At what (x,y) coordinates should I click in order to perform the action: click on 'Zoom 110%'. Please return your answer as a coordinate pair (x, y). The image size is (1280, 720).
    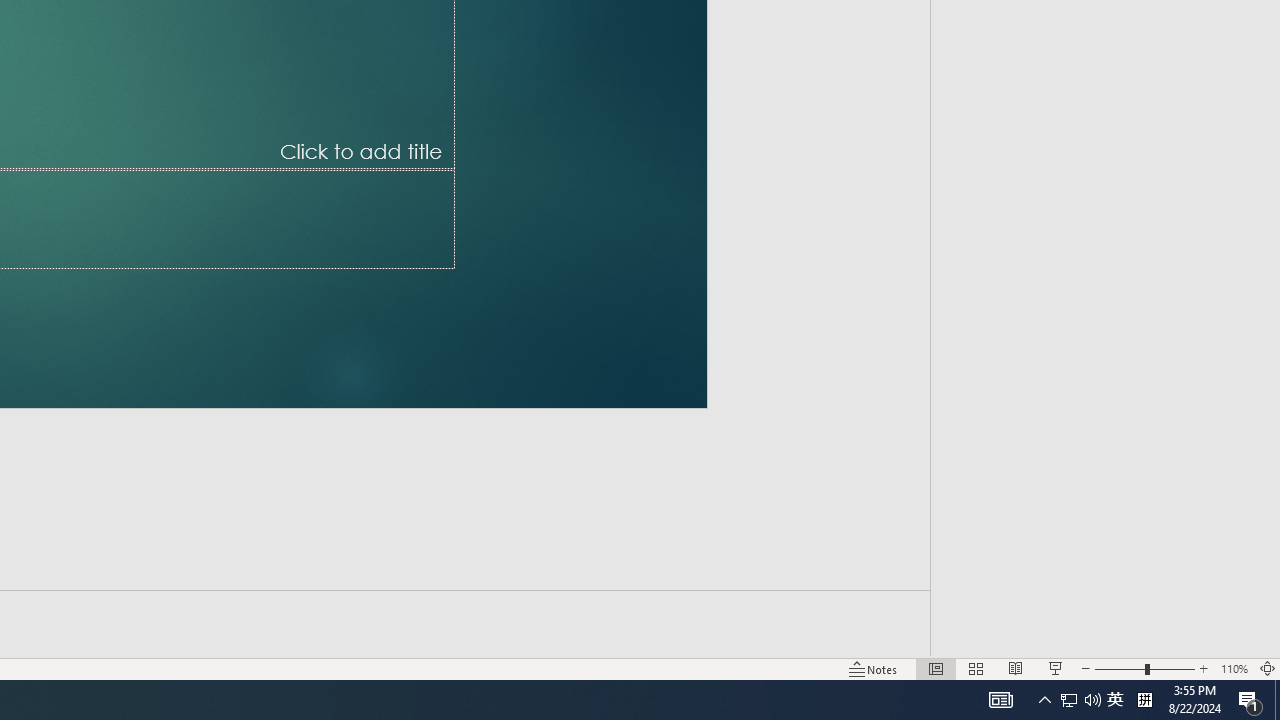
    Looking at the image, I should click on (1233, 669).